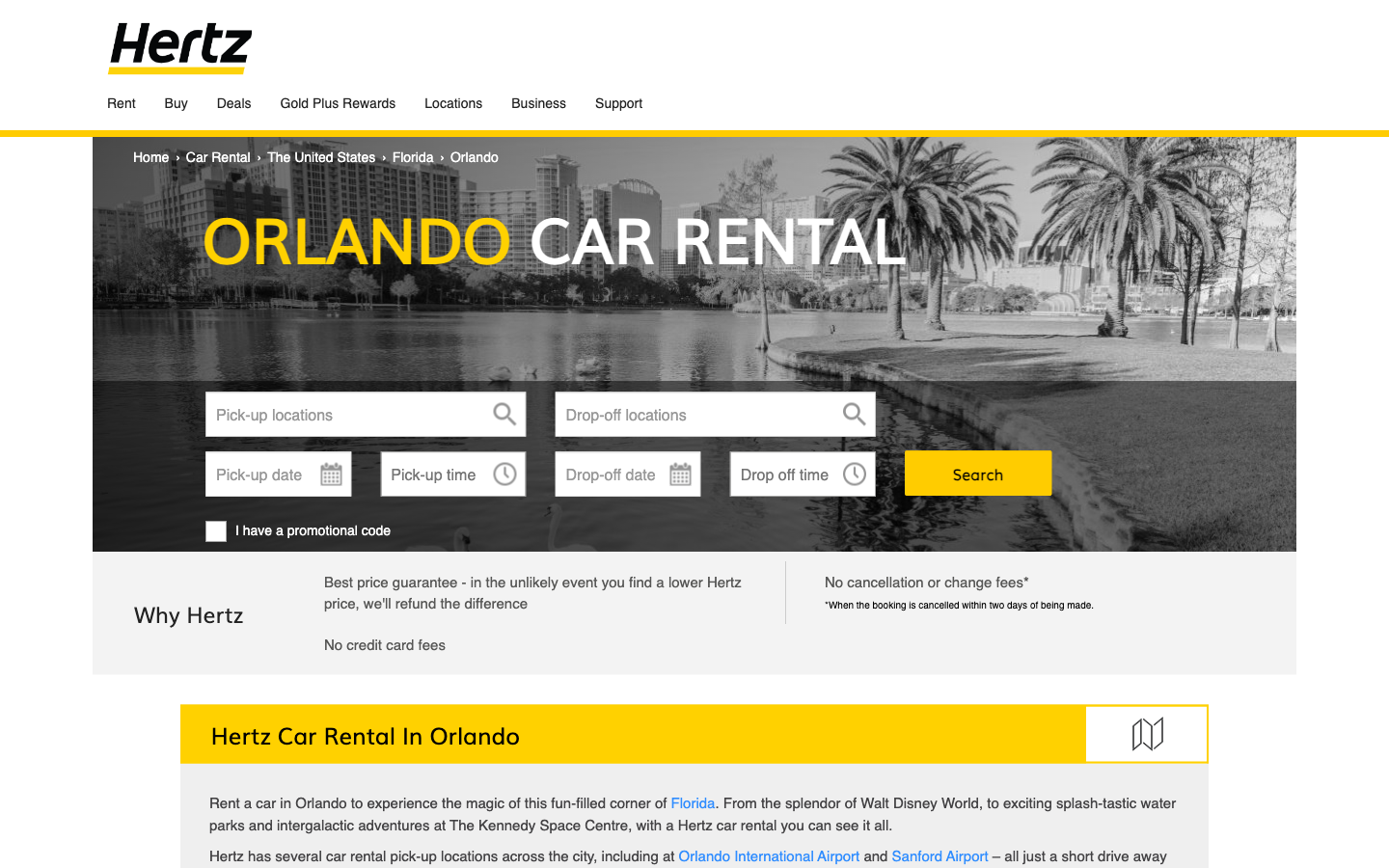  What do you see at coordinates (277, 473) in the screenshot?
I see `the initiation and conclusion date for scheduling` at bounding box center [277, 473].